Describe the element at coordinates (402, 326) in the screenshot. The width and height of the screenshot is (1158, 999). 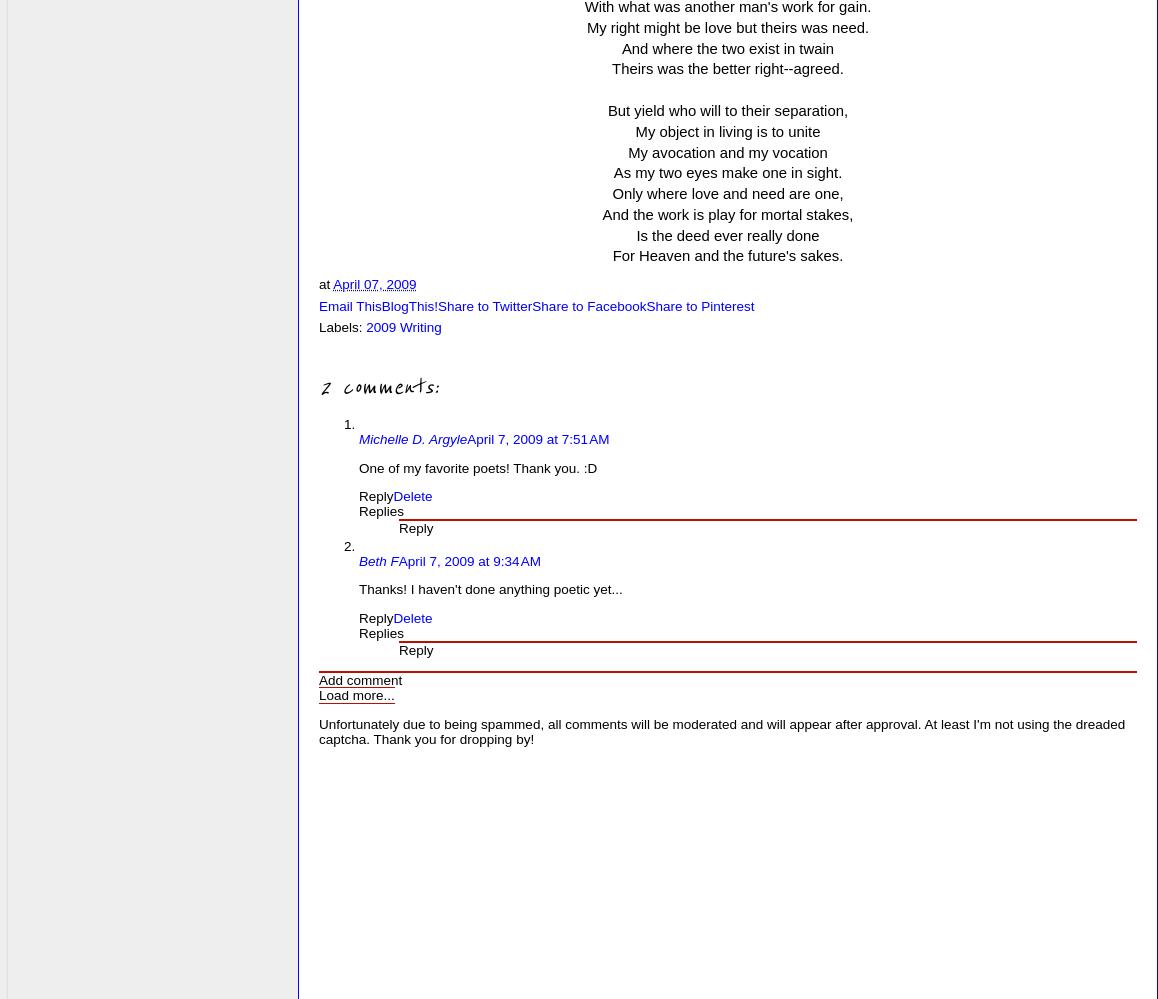
I see `'2009 Writing'` at that location.